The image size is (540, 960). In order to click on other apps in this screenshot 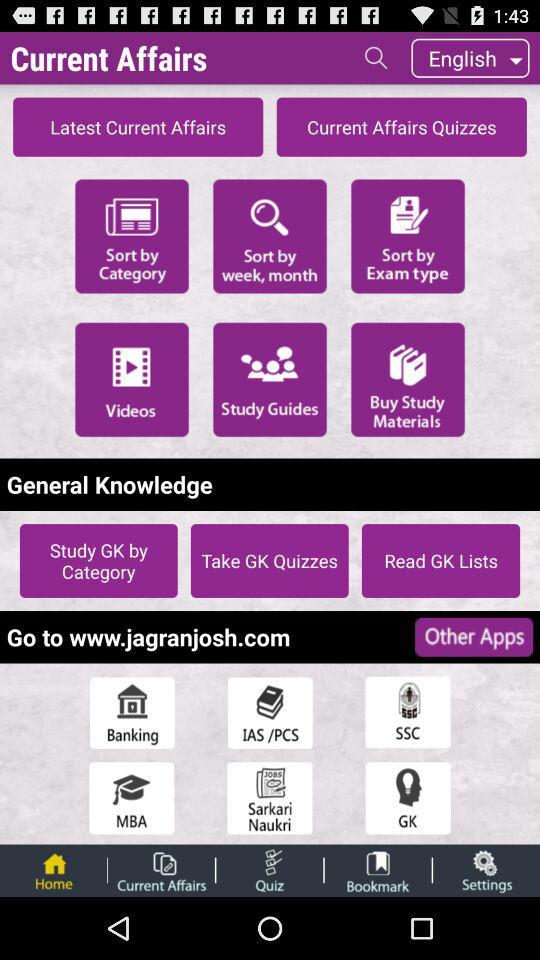, I will do `click(473, 636)`.